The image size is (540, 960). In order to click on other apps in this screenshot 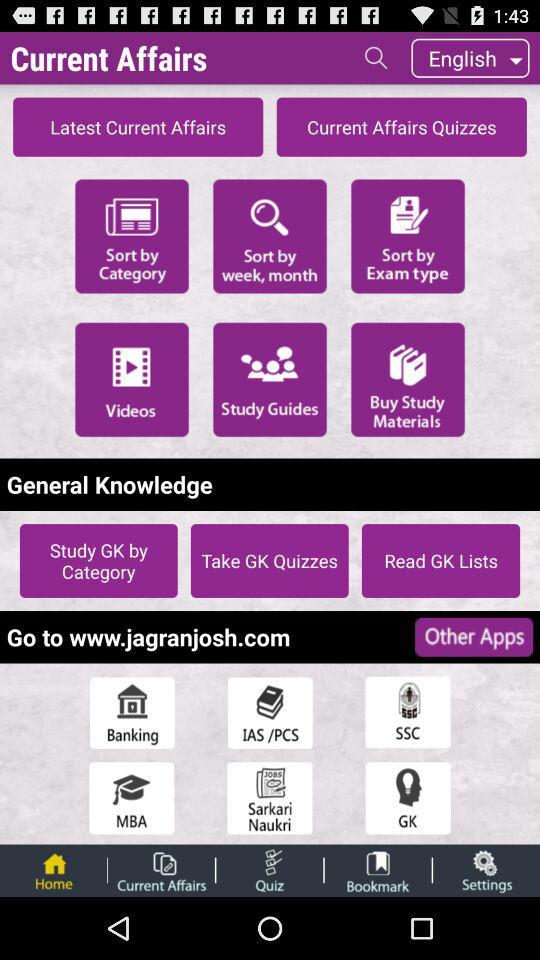, I will do `click(473, 636)`.